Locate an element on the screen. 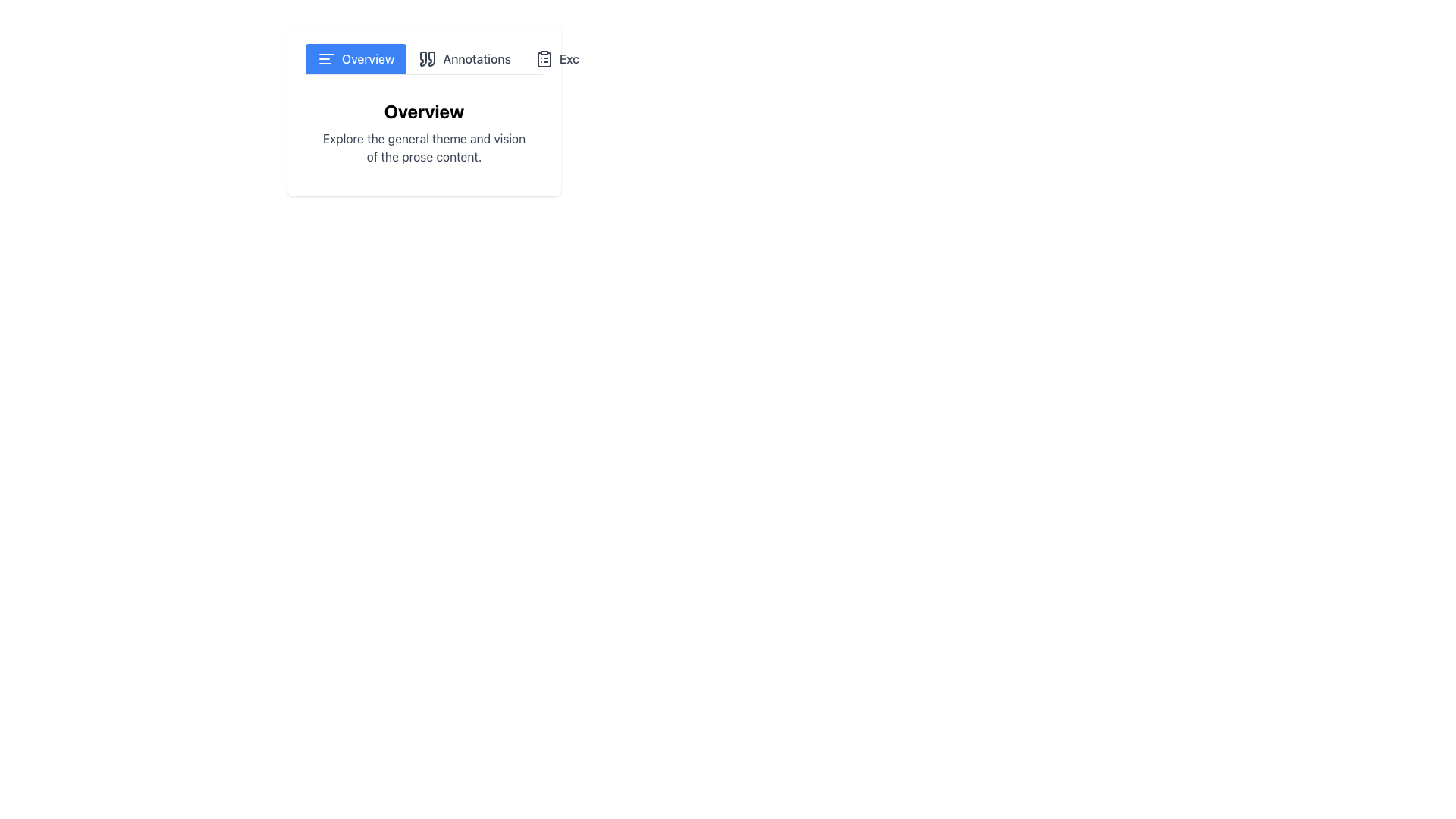 This screenshot has width=1456, height=819. the stylized quotation mark graphic icon located in the top-center region of the interface is located at coordinates (431, 58).